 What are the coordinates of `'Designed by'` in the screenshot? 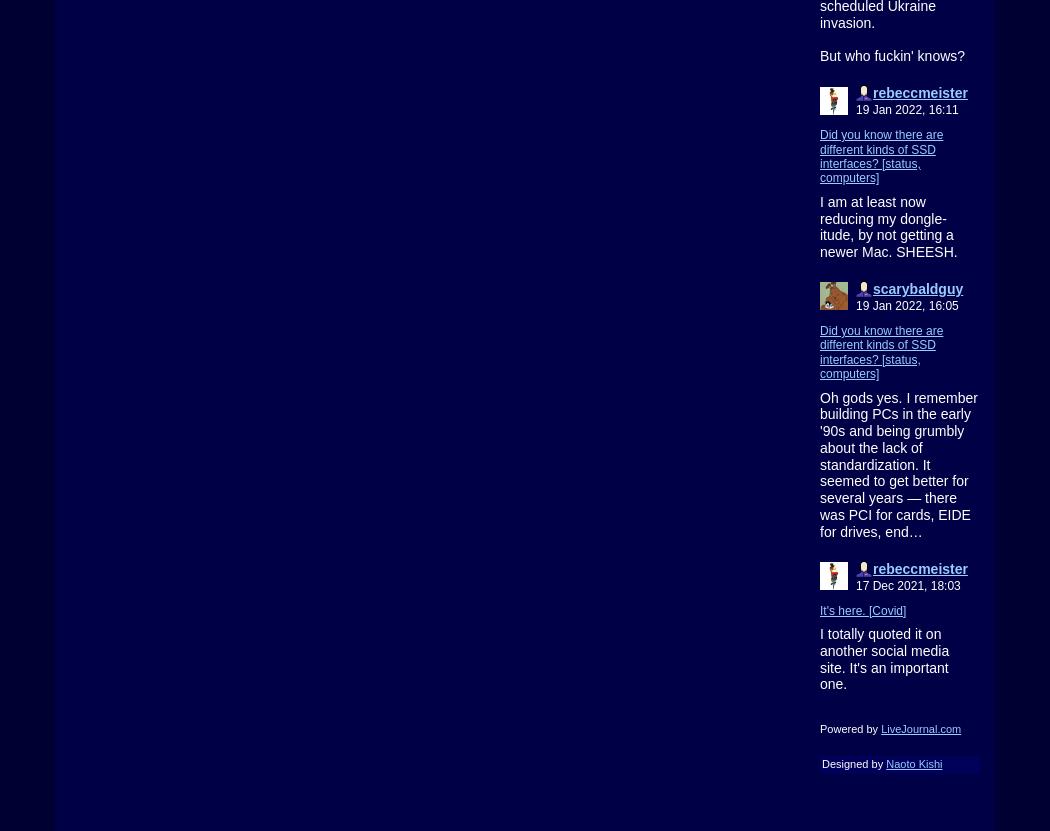 It's located at (853, 764).